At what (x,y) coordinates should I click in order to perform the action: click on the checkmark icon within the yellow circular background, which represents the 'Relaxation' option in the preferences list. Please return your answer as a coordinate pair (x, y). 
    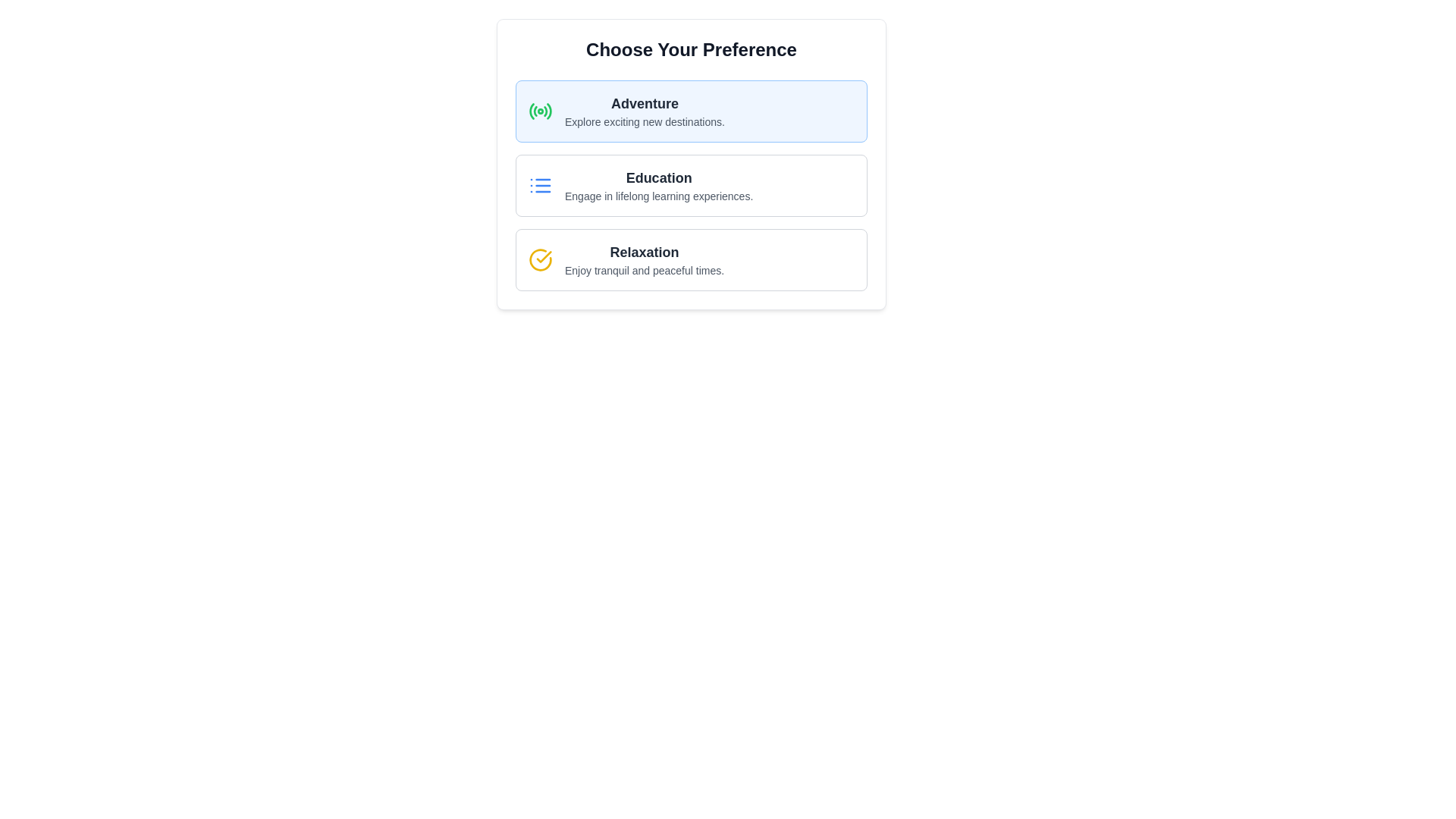
    Looking at the image, I should click on (544, 256).